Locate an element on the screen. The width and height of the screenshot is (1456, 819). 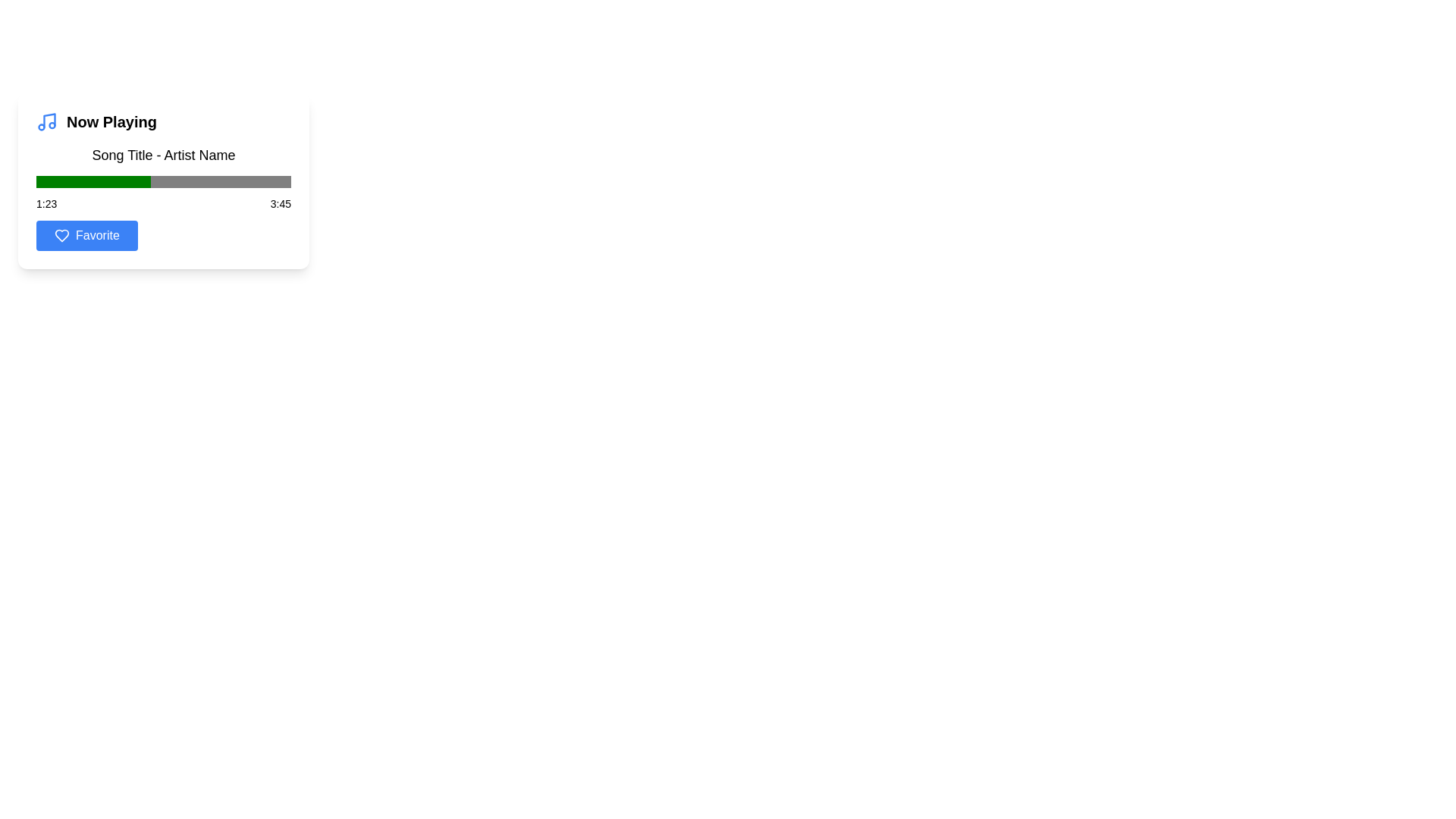
the text label displaying the time '1:23' in the music player interface, located near the bottom-left edge of the progress bar is located at coordinates (46, 203).